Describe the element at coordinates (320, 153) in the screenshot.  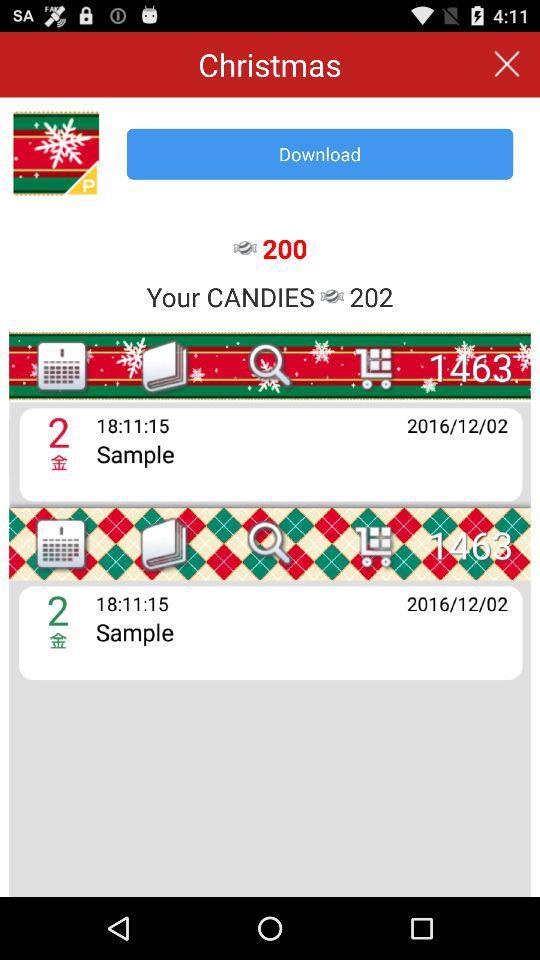
I see `download icon` at that location.